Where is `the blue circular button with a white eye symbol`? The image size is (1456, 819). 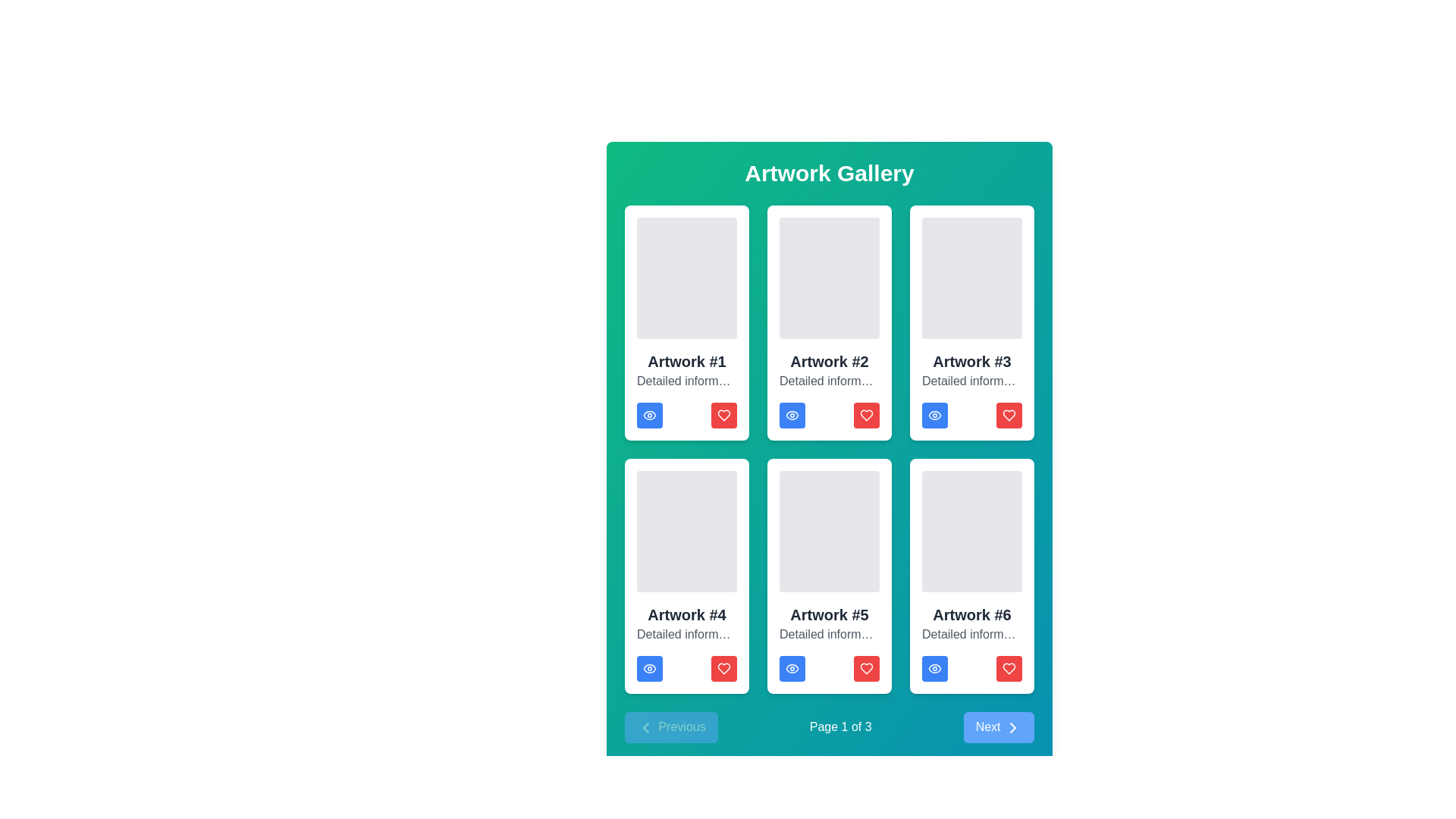
the blue circular button with a white eye symbol is located at coordinates (792, 415).